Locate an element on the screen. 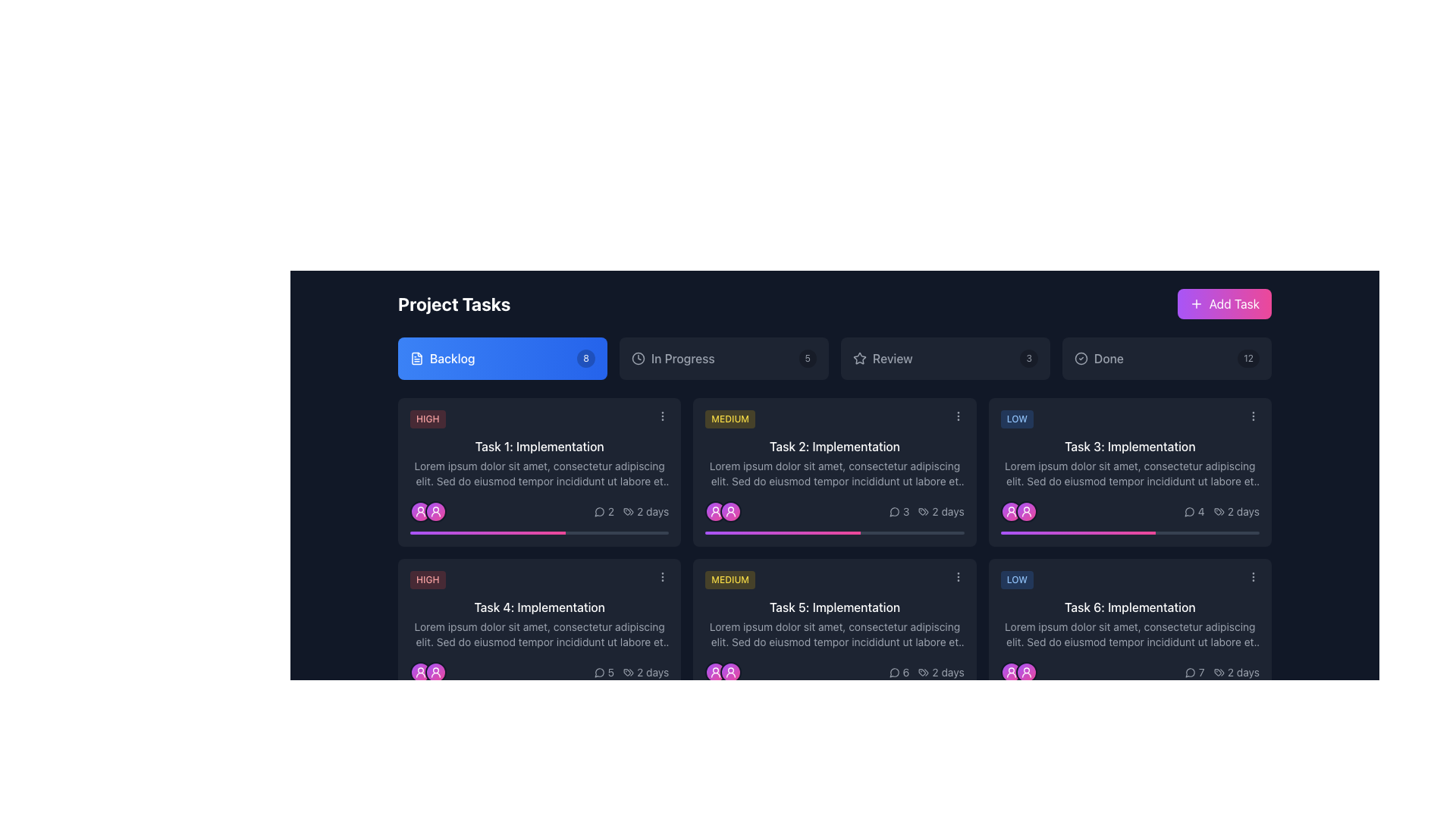  text content of the text label titled 'Task 2: Implementation', which is located under the 'MEDIUM' yellow badge on the task card in the backlog section is located at coordinates (833, 446).